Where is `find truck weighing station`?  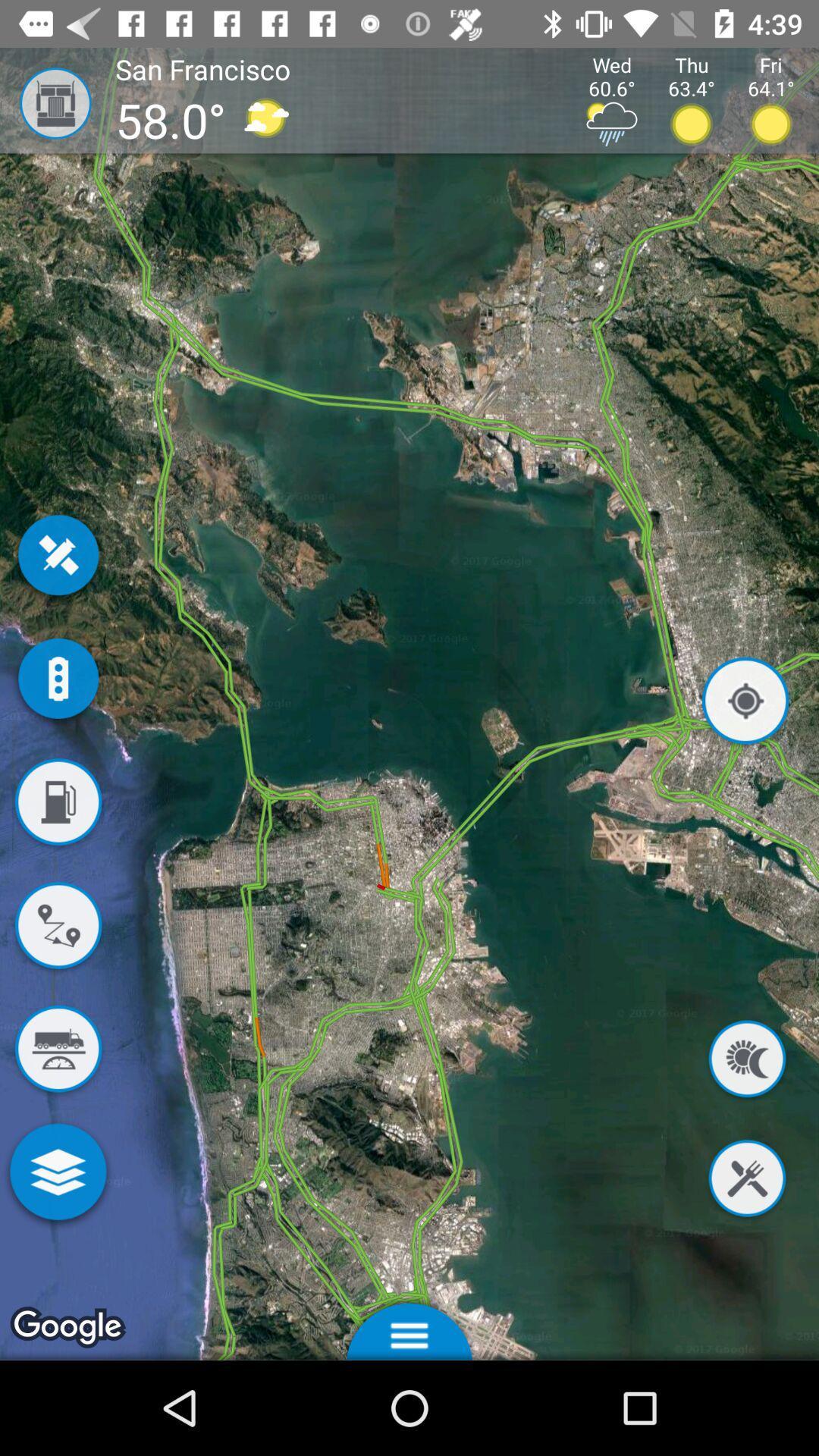 find truck weighing station is located at coordinates (57, 1051).